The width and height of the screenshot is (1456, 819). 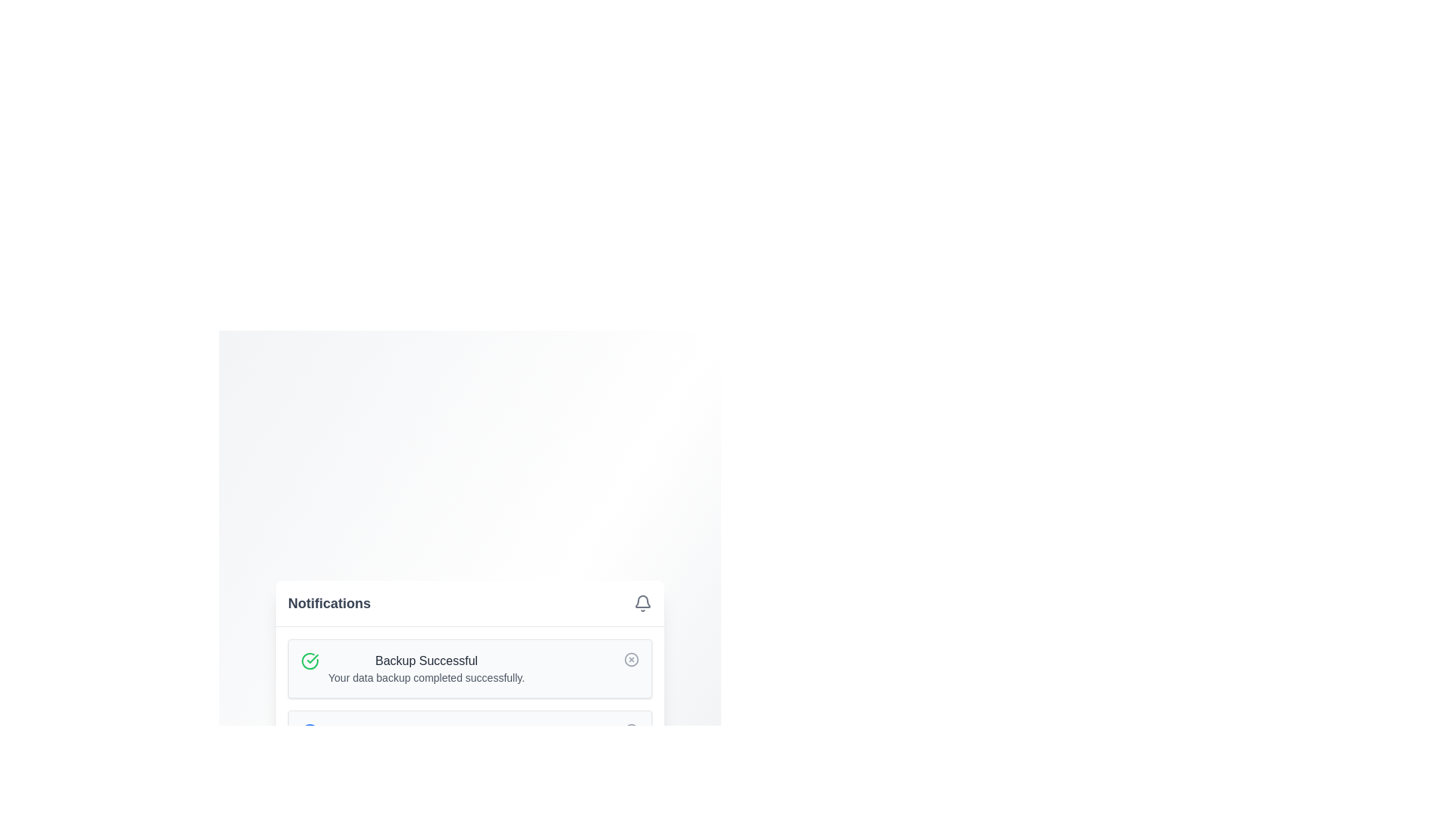 What do you see at coordinates (425, 668) in the screenshot?
I see `the notification text block displaying 'Backup Successful' and its description 'Your data backup completed successfully.'` at bounding box center [425, 668].